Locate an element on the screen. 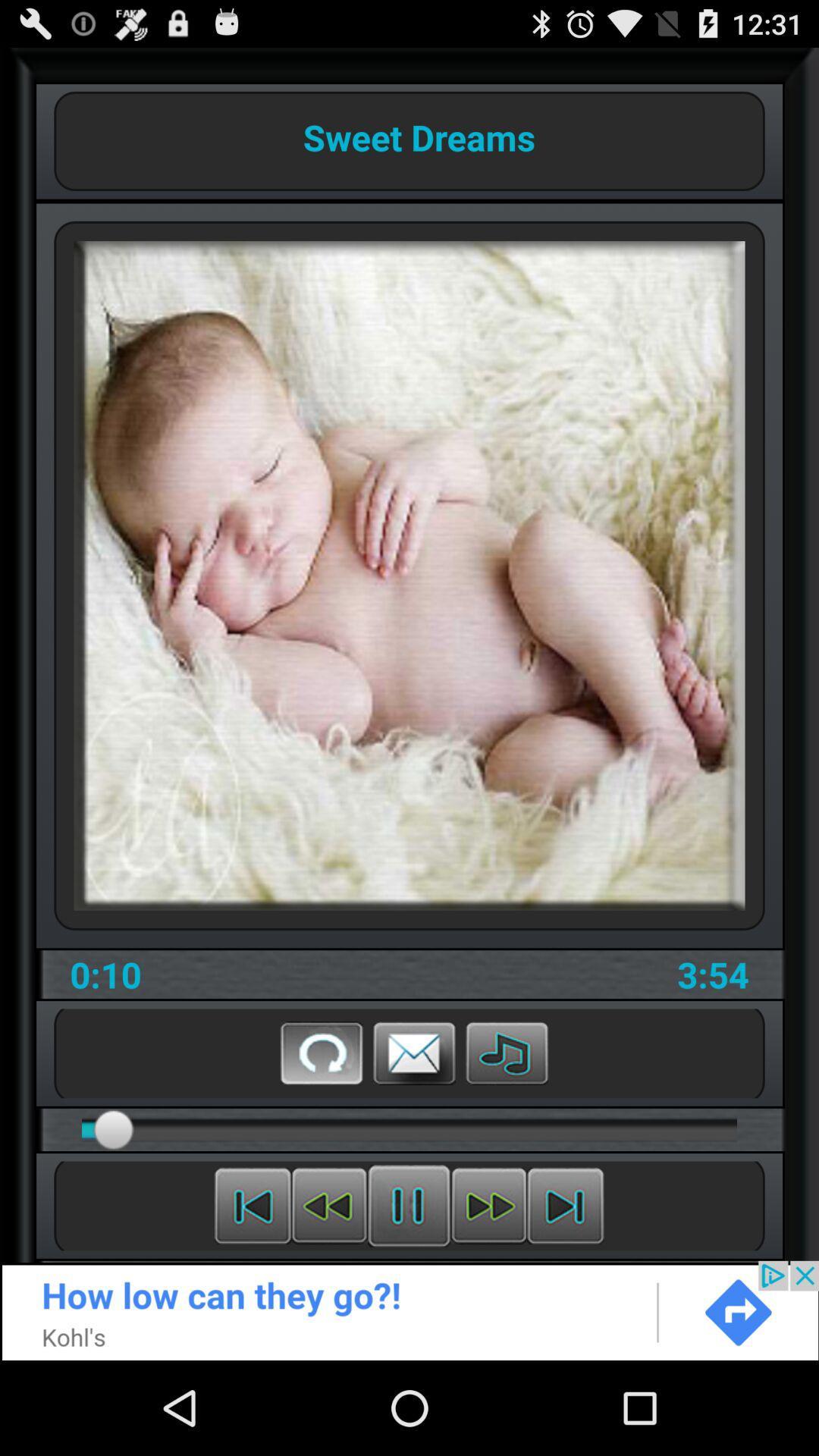 The image size is (819, 1456). previous option is located at coordinates (328, 1205).